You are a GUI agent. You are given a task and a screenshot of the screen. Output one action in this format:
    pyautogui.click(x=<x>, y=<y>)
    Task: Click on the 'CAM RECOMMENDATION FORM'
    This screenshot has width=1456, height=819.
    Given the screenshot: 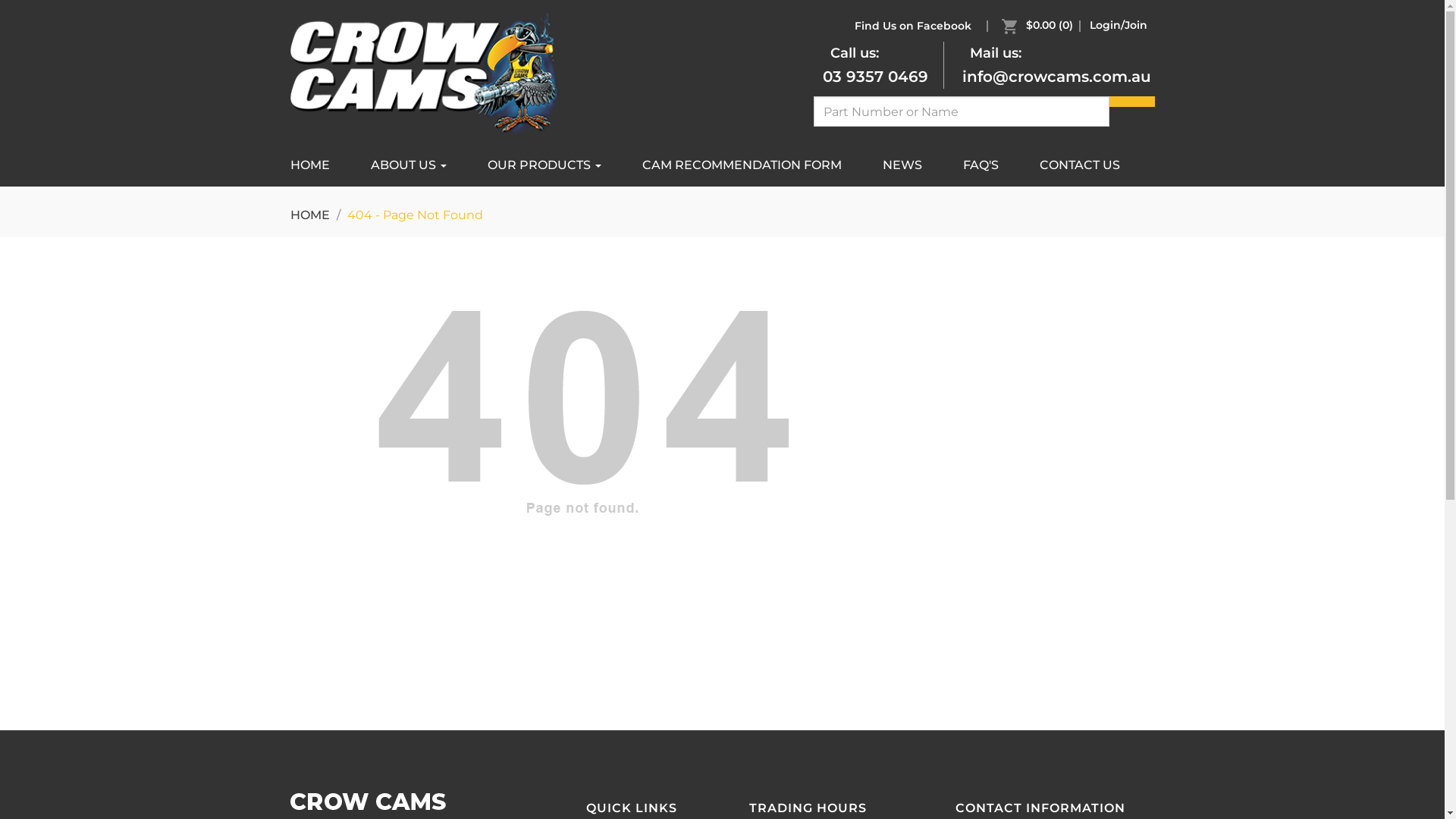 What is the action you would take?
    pyautogui.click(x=742, y=165)
    